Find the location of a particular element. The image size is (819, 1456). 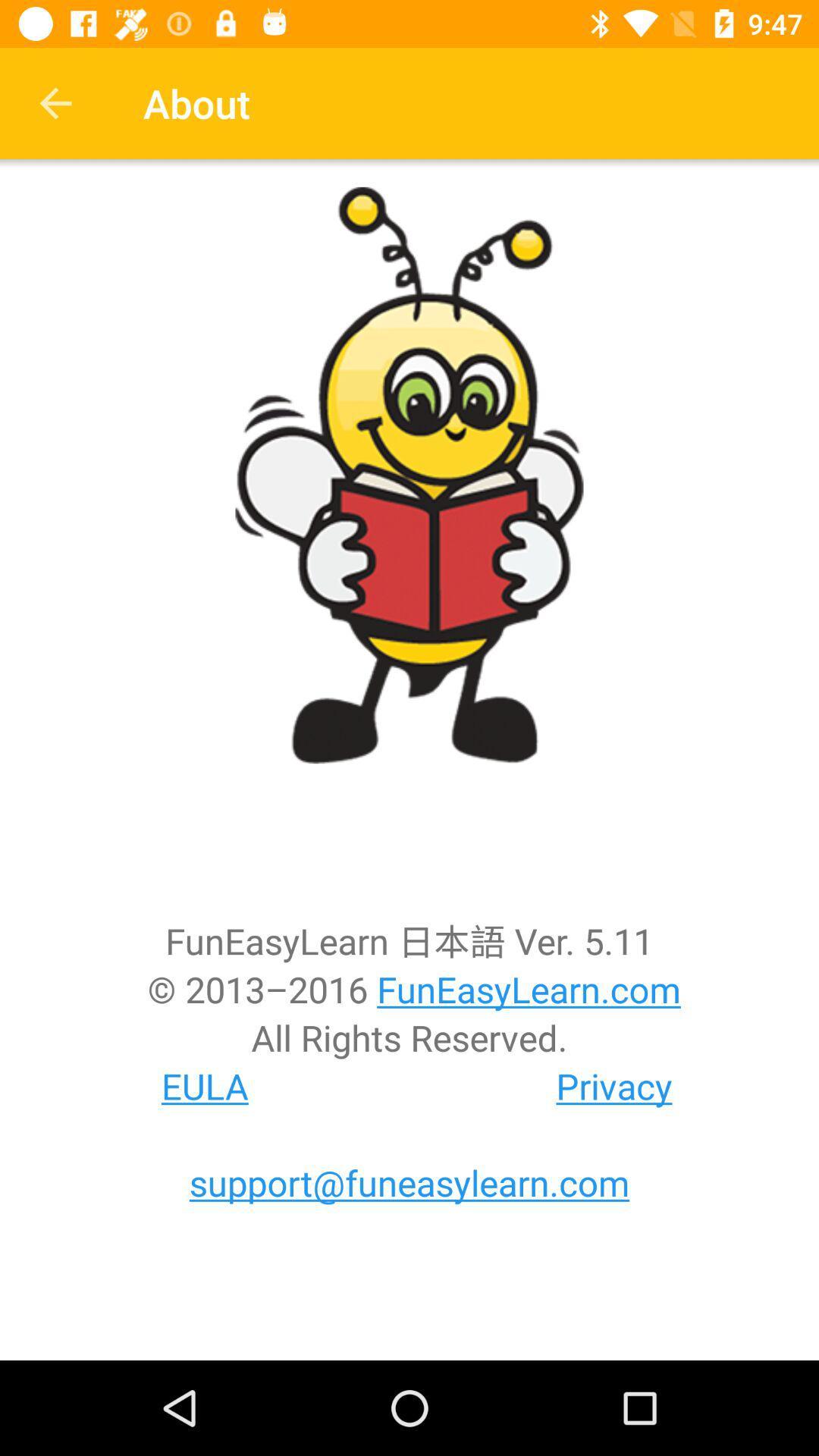

2013 2016 funeasylearn icon is located at coordinates (409, 989).